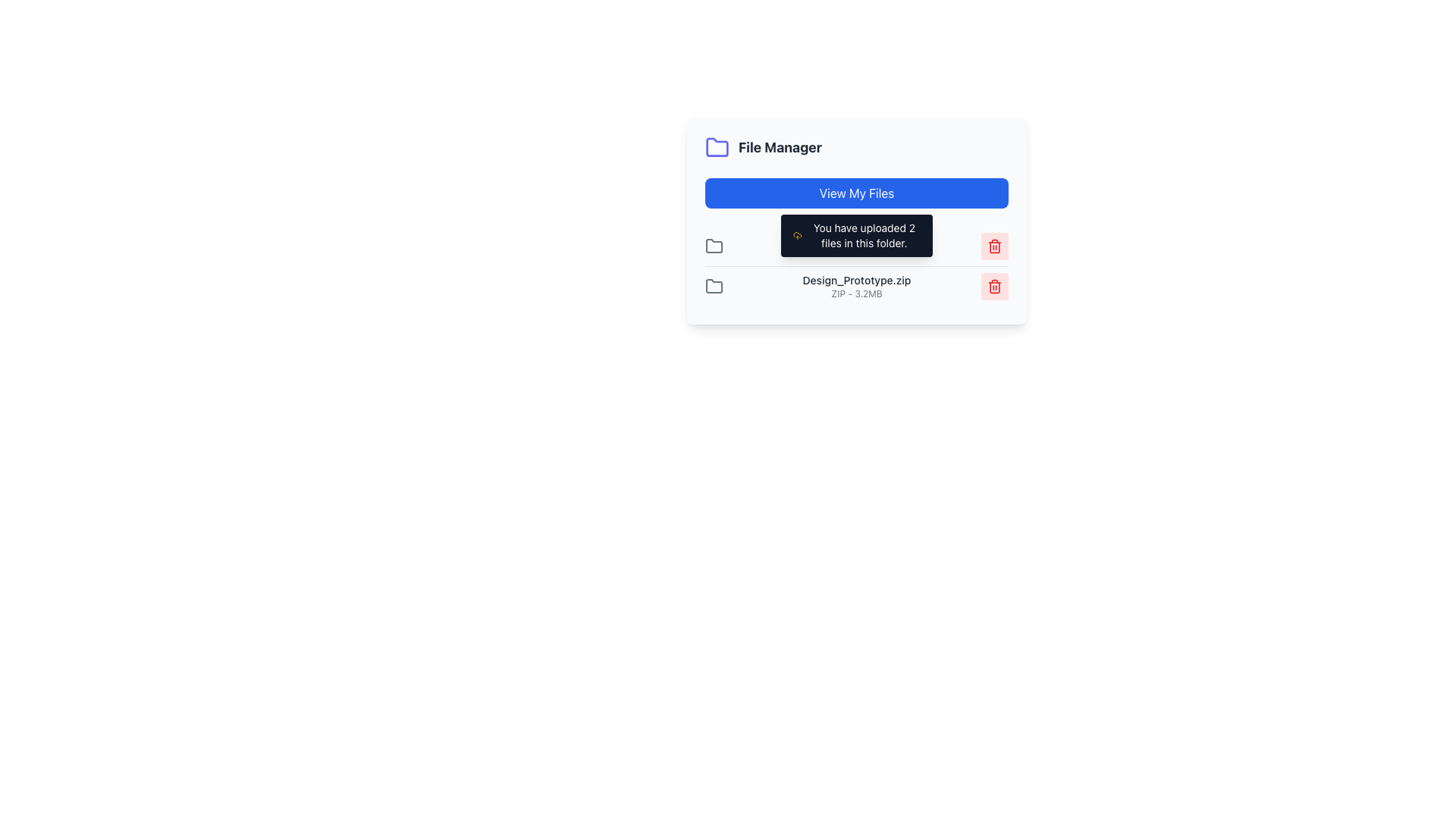  What do you see at coordinates (856, 192) in the screenshot?
I see `the rectangular blue button labeled 'View My Files' located within the 'File Manager' card` at bounding box center [856, 192].